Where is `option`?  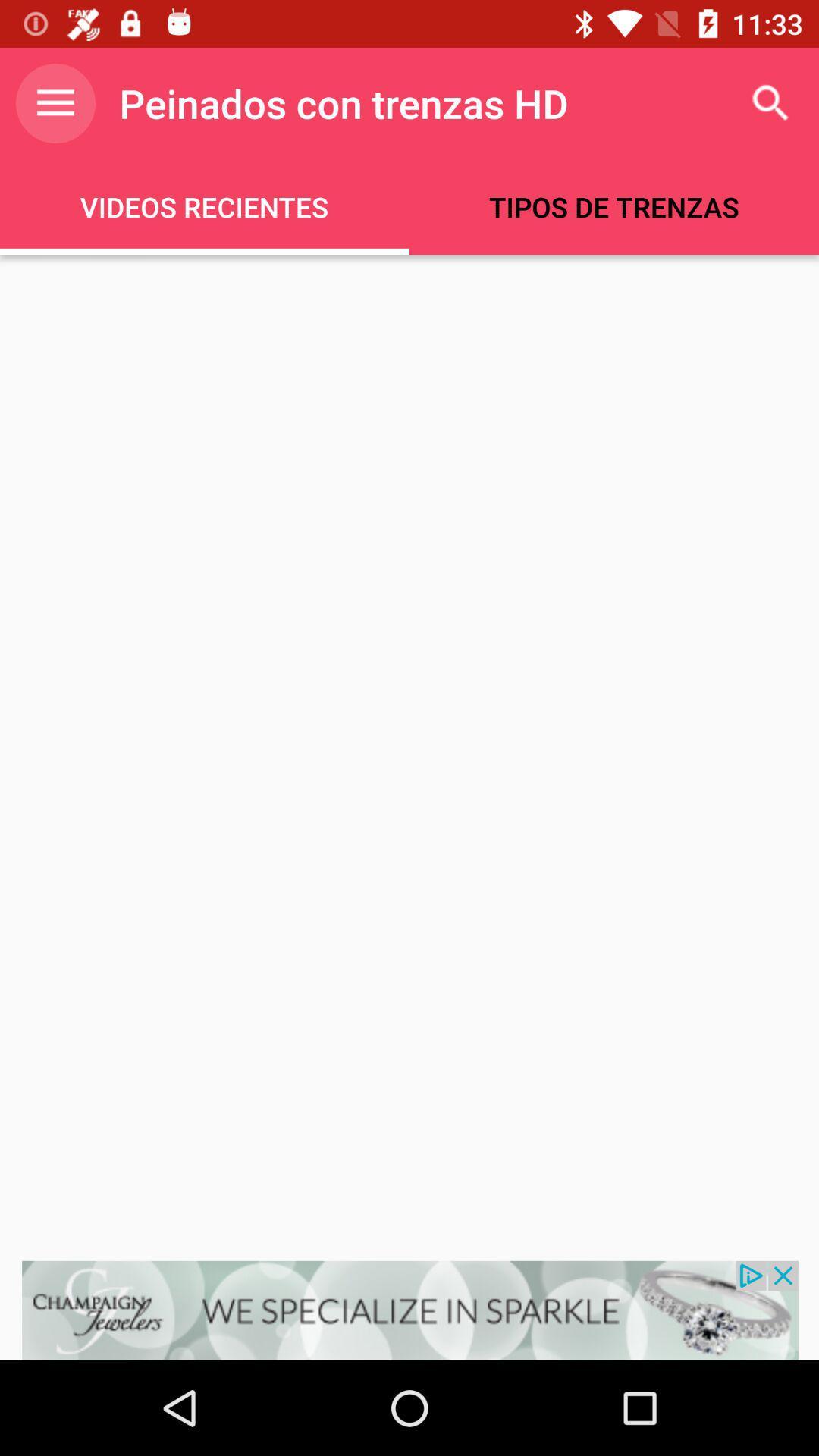 option is located at coordinates (409, 1310).